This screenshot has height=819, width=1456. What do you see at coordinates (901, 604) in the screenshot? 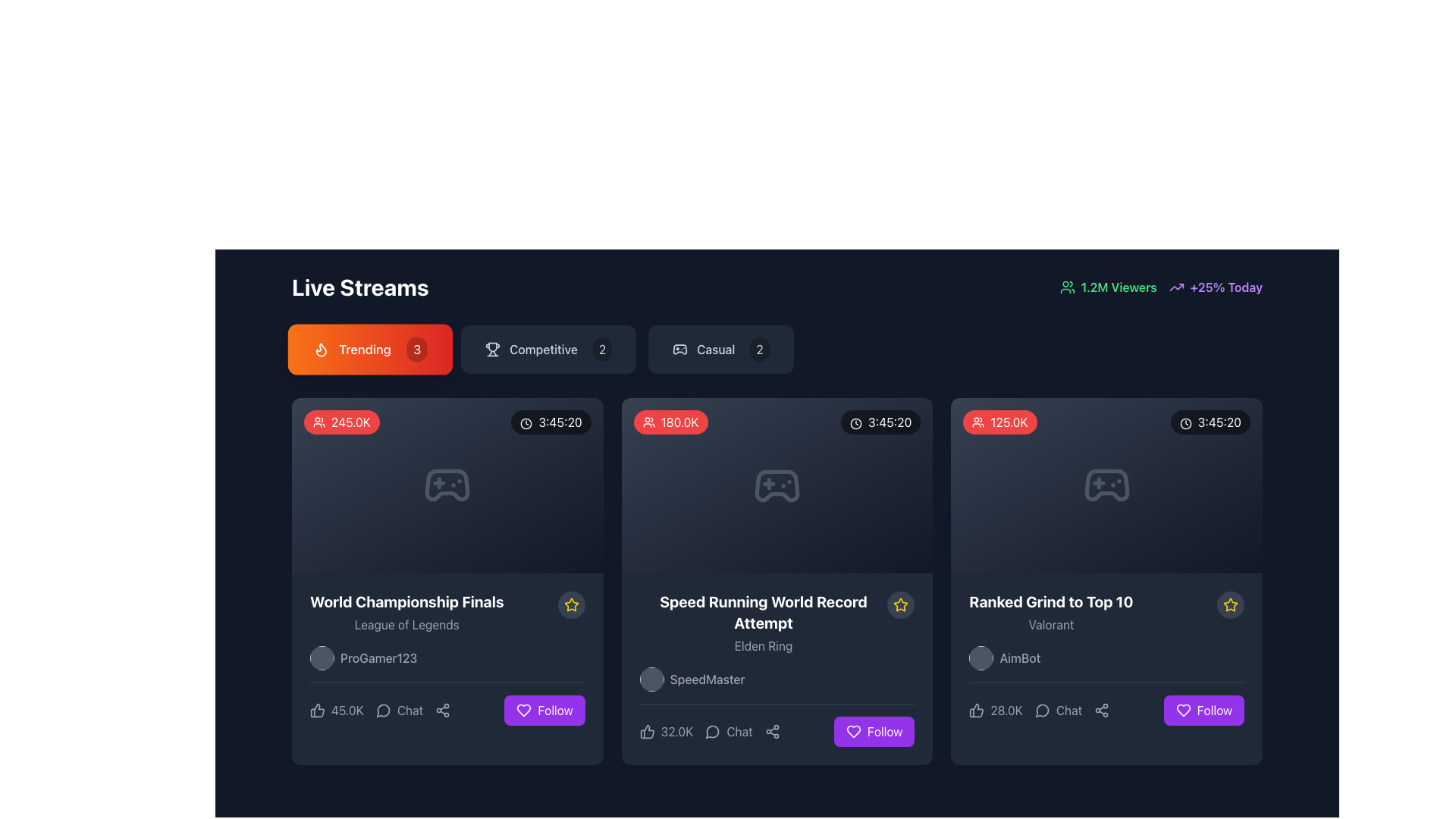
I see `the yellow star icon located at the center-right of the second card` at bounding box center [901, 604].